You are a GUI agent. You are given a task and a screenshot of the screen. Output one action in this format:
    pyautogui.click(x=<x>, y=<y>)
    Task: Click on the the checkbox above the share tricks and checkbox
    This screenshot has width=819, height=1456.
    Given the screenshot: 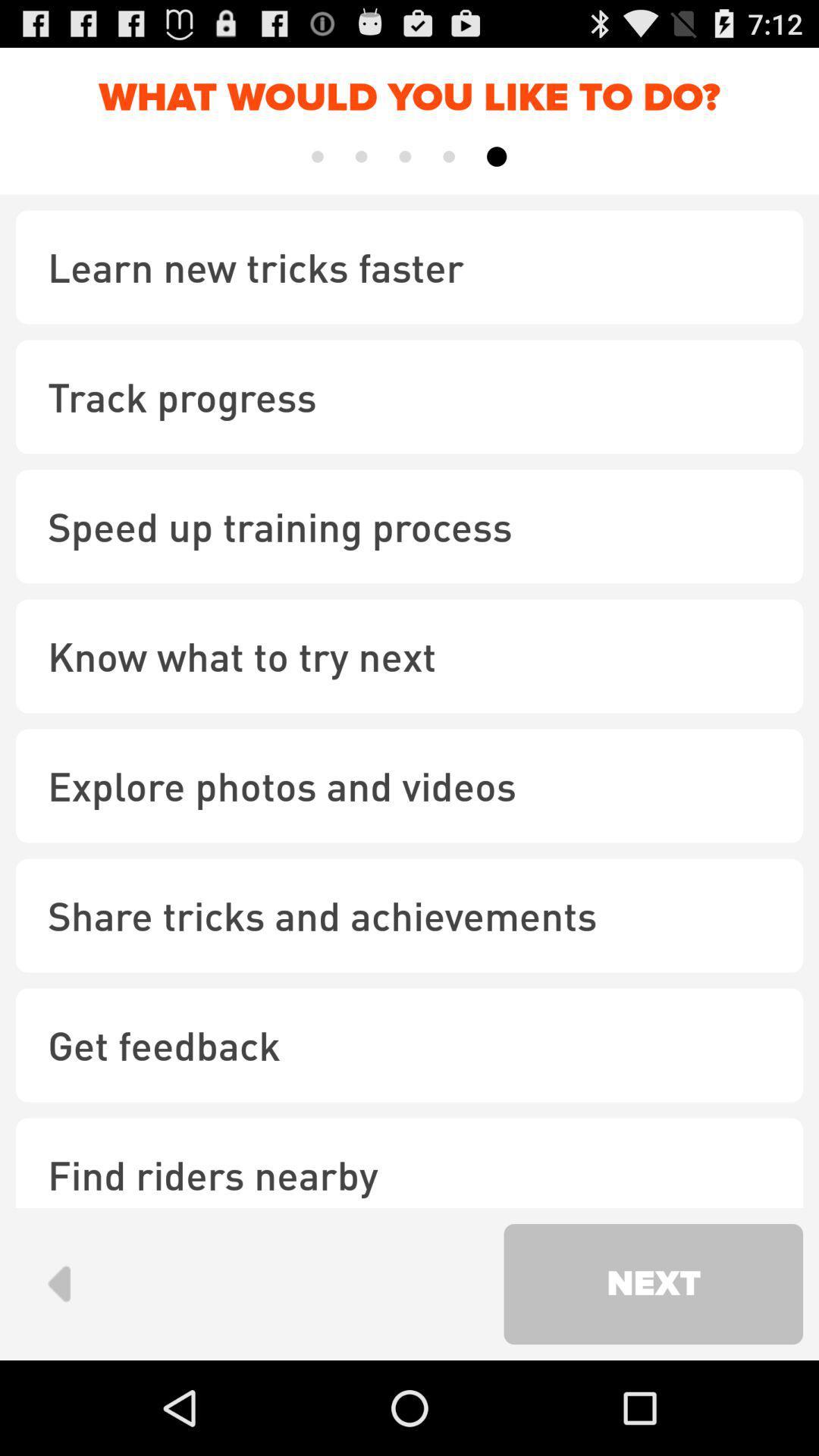 What is the action you would take?
    pyautogui.click(x=409, y=786)
    